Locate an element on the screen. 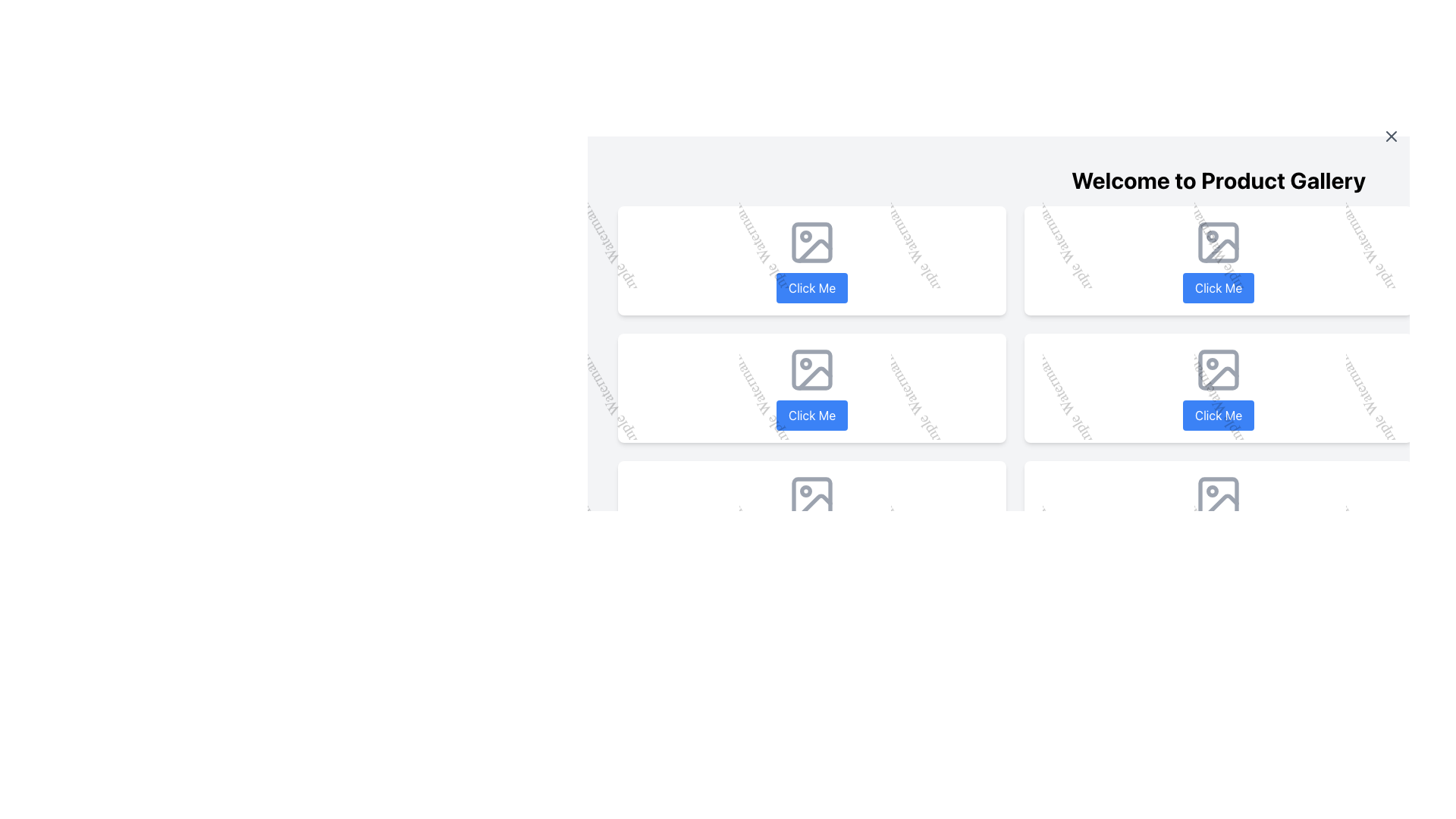 Image resolution: width=1456 pixels, height=819 pixels. the image placeholder icon with a gray outline resembling a photo, located in the second row of the product gallery above the 'Click Me' button is located at coordinates (1219, 370).